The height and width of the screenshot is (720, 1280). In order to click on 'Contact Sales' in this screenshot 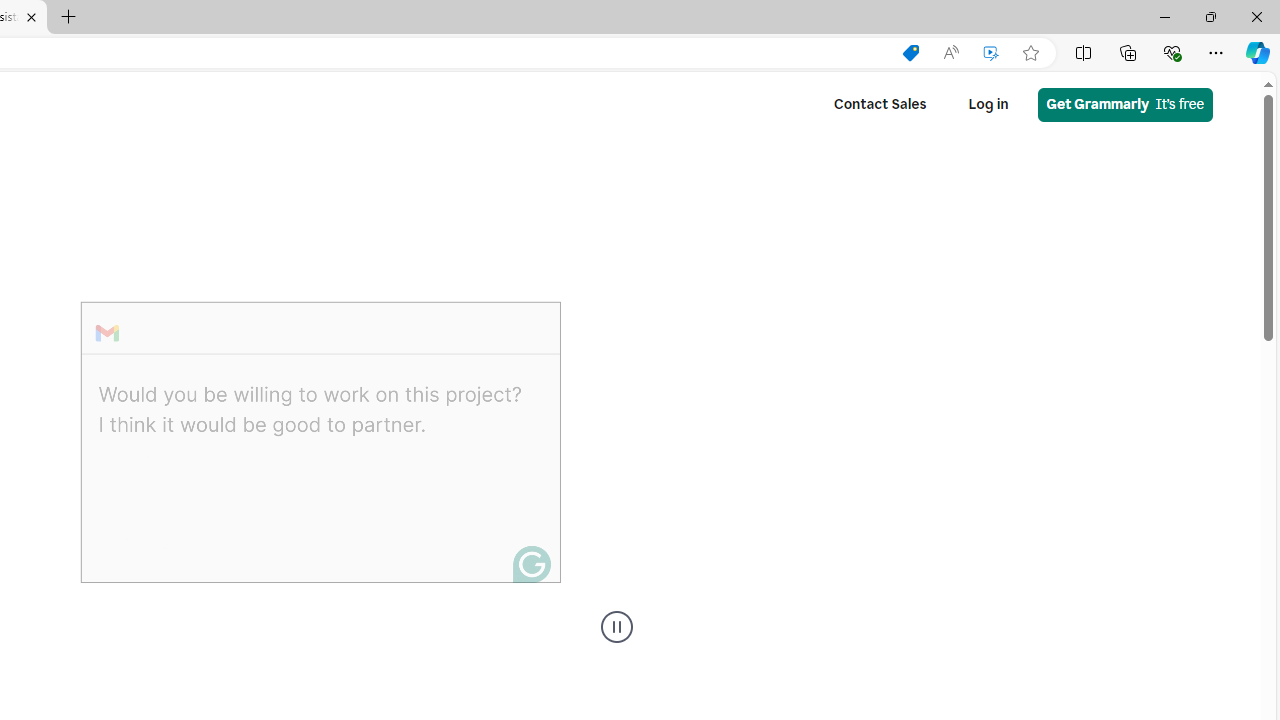, I will do `click(880, 104)`.